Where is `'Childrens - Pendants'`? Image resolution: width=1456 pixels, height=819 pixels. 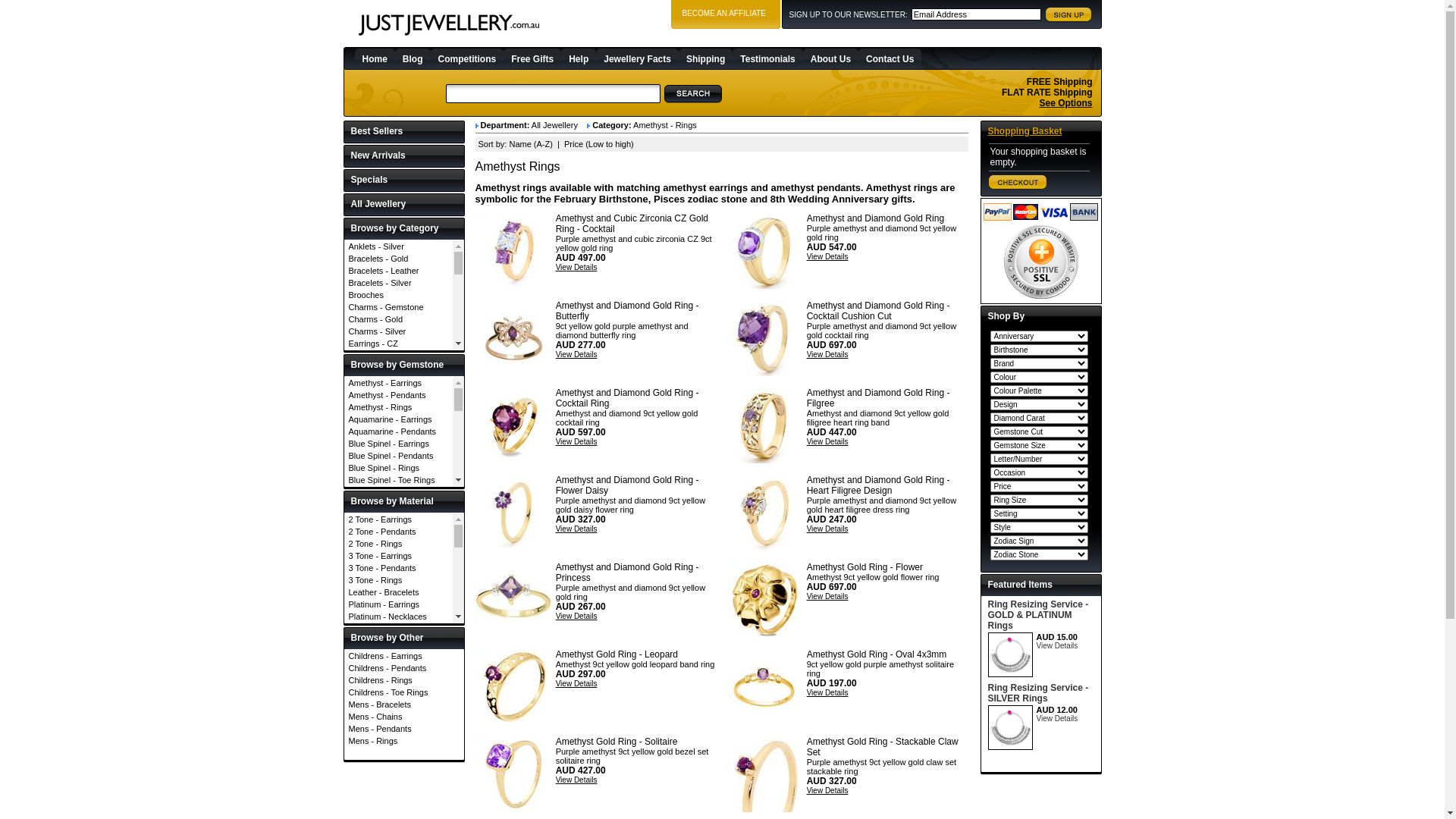 'Childrens - Pendants' is located at coordinates (344, 667).